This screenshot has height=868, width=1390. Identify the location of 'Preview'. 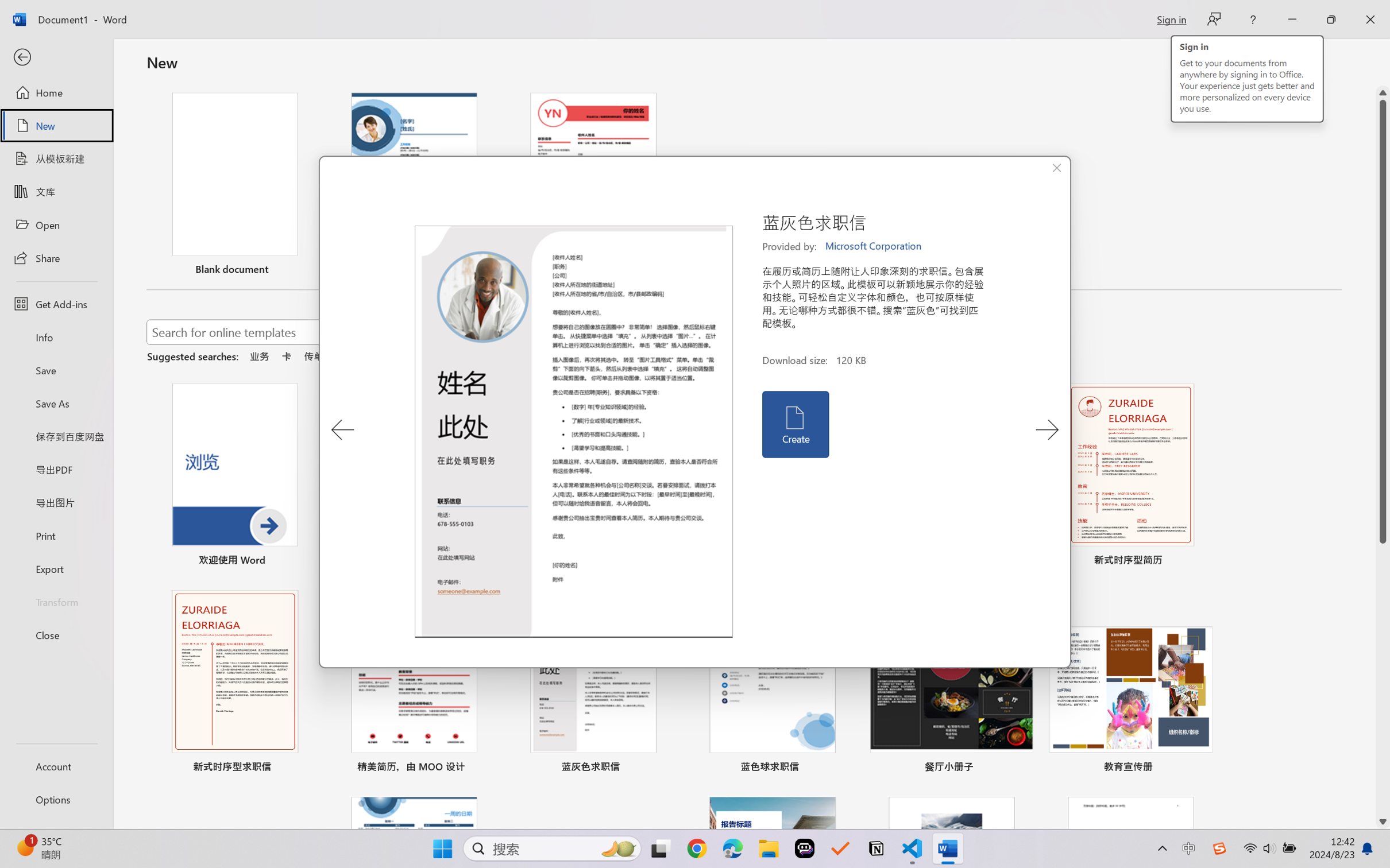
(573, 432).